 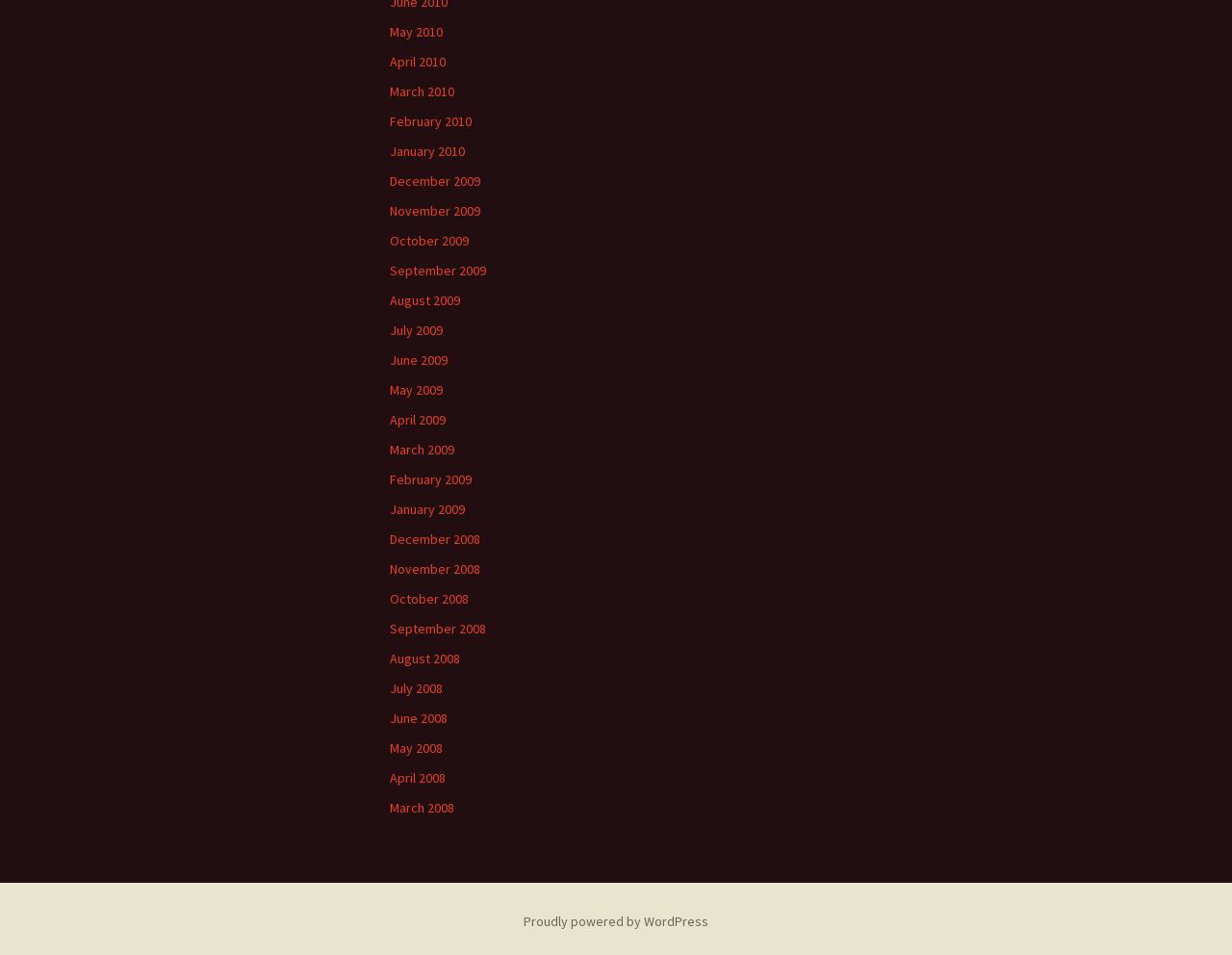 What do you see at coordinates (423, 299) in the screenshot?
I see `'August 2009'` at bounding box center [423, 299].